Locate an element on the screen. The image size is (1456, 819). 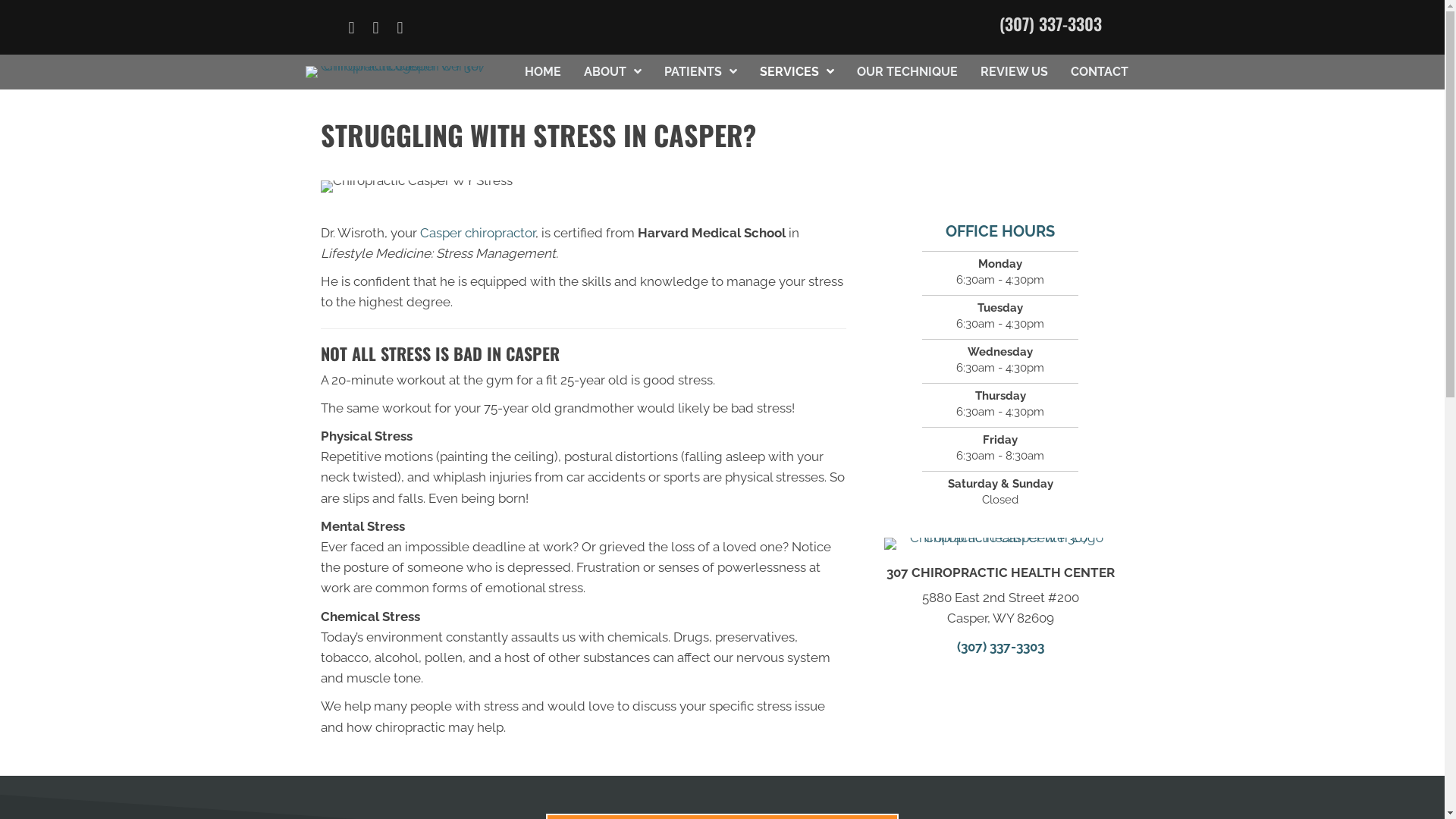
'OUR TECHNIQUE' is located at coordinates (907, 72).